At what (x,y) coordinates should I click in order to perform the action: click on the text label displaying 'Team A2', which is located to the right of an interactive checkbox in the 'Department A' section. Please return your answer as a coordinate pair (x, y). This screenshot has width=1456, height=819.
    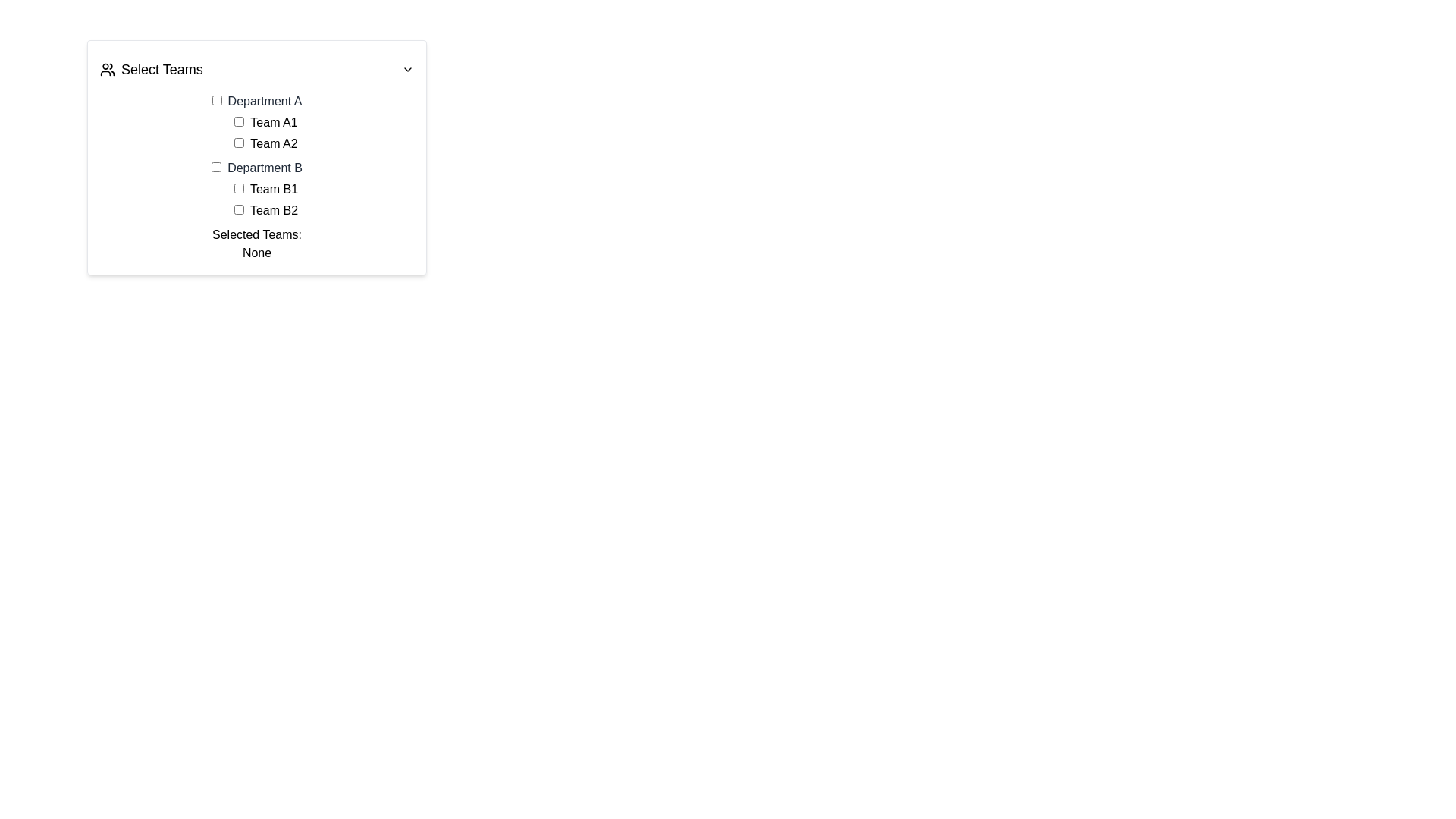
    Looking at the image, I should click on (274, 143).